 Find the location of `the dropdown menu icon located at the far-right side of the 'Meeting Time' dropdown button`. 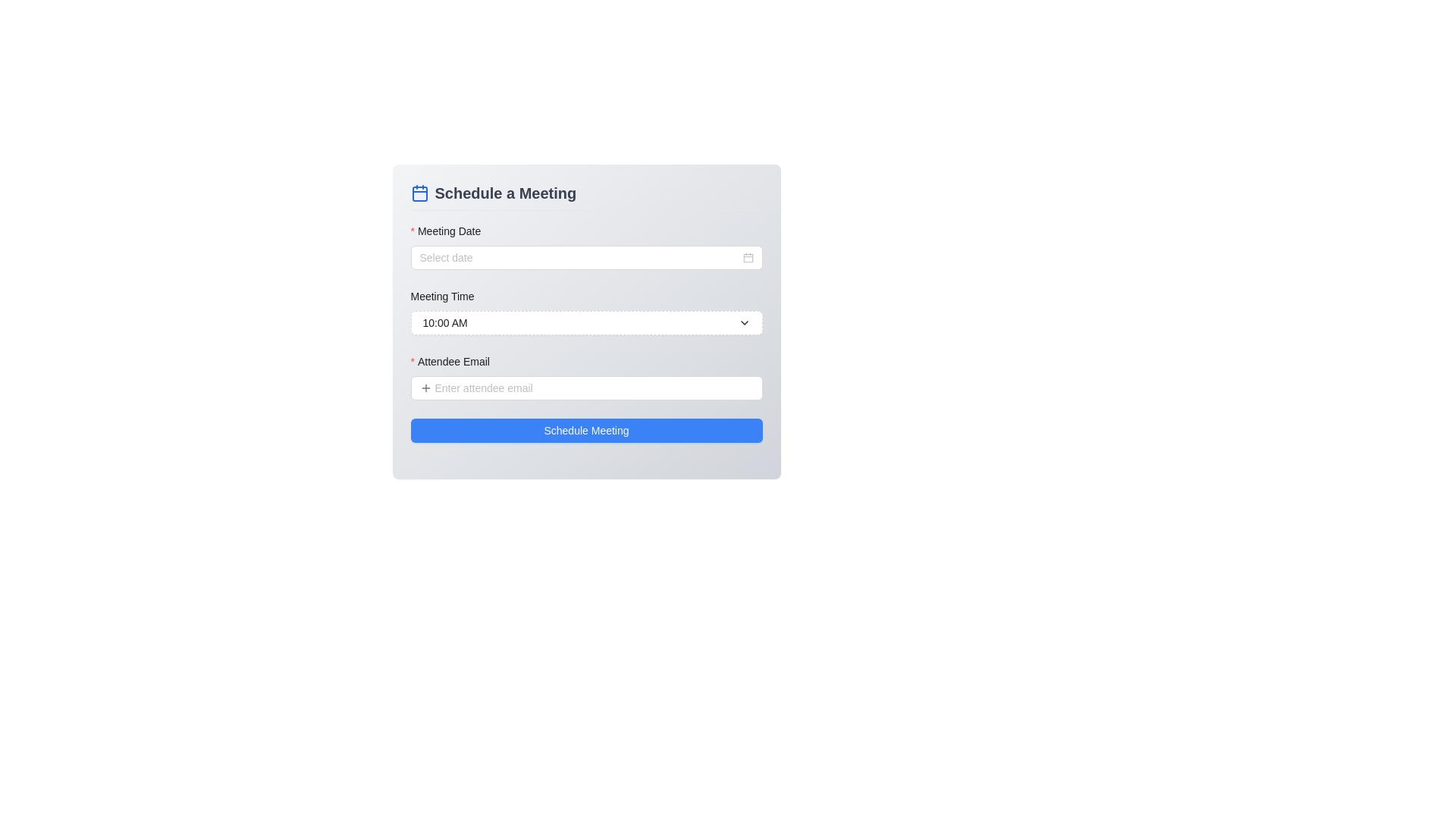

the dropdown menu icon located at the far-right side of the 'Meeting Time' dropdown button is located at coordinates (744, 322).